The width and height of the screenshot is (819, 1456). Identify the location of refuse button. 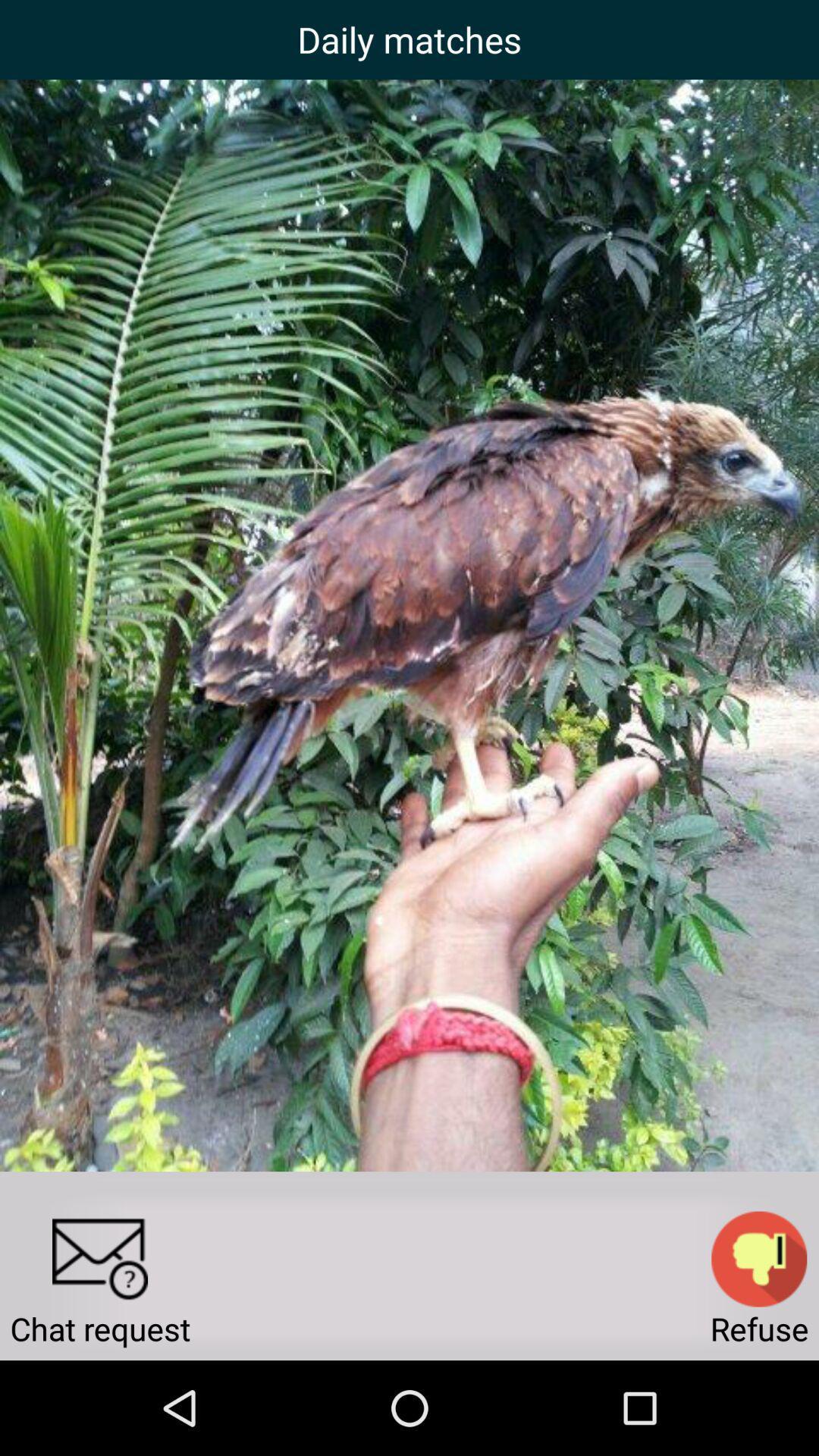
(759, 1259).